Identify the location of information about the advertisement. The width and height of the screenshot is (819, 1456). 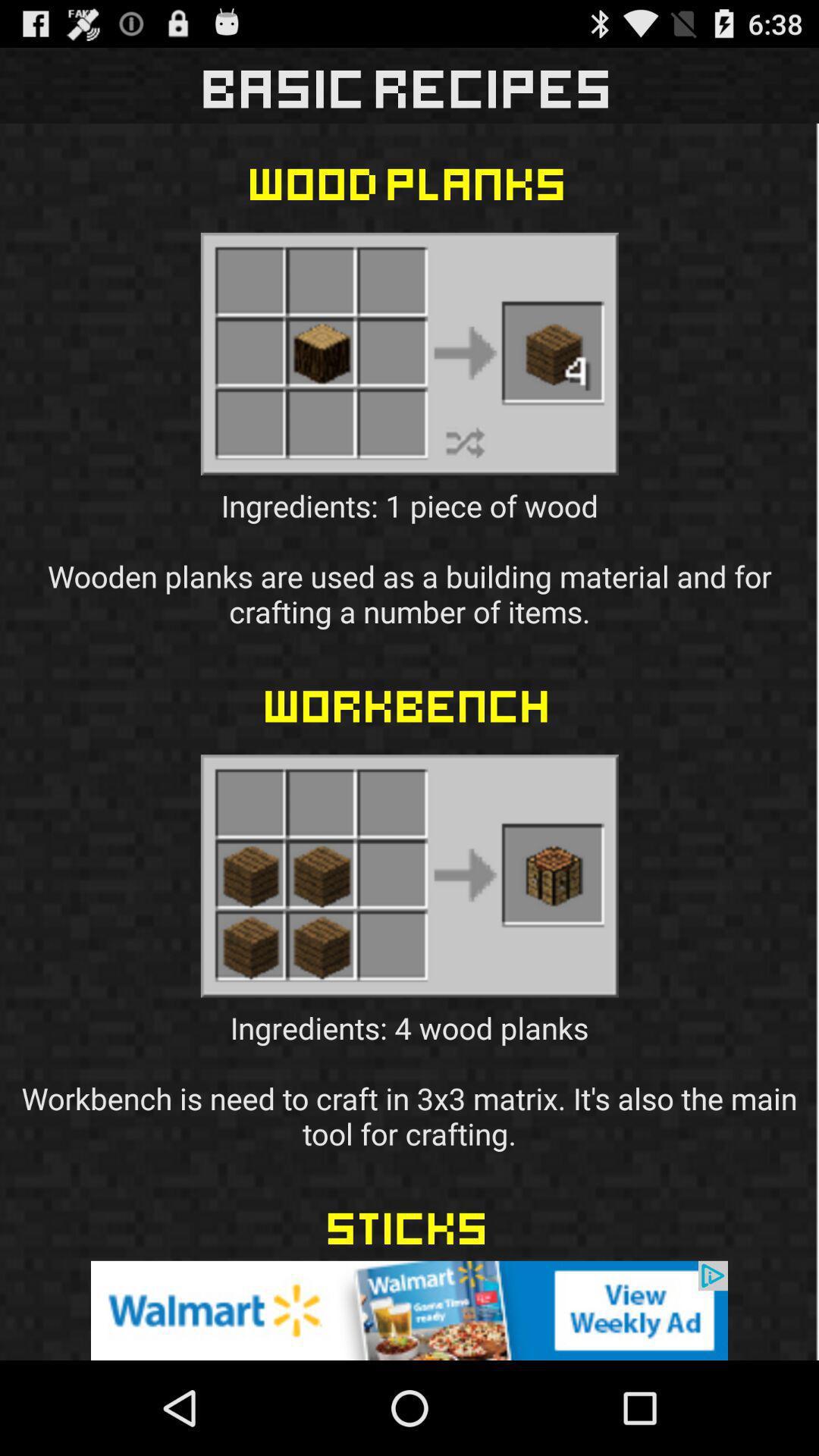
(409, 1310).